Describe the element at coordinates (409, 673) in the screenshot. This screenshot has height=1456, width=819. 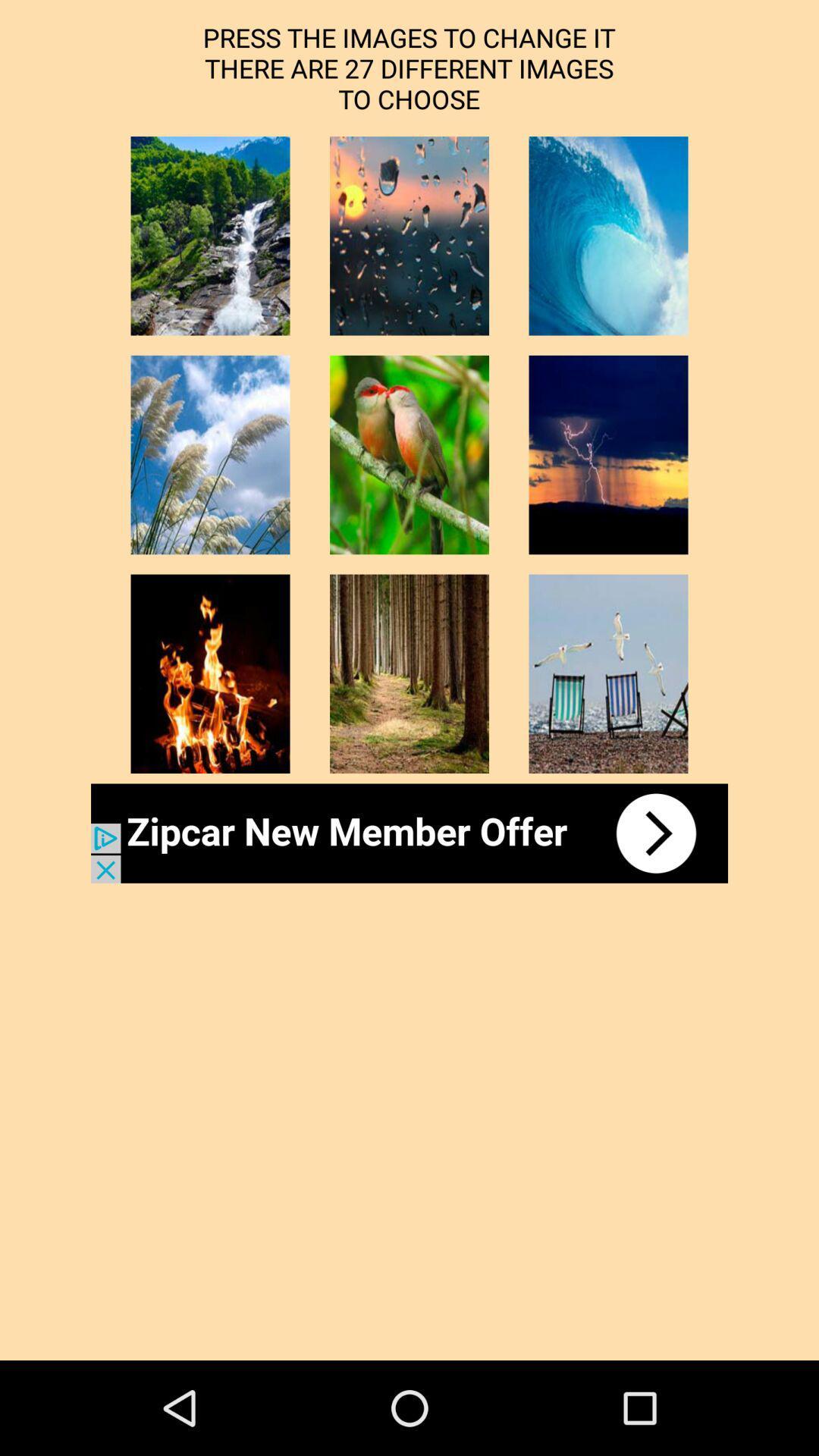
I see `choose the image` at that location.